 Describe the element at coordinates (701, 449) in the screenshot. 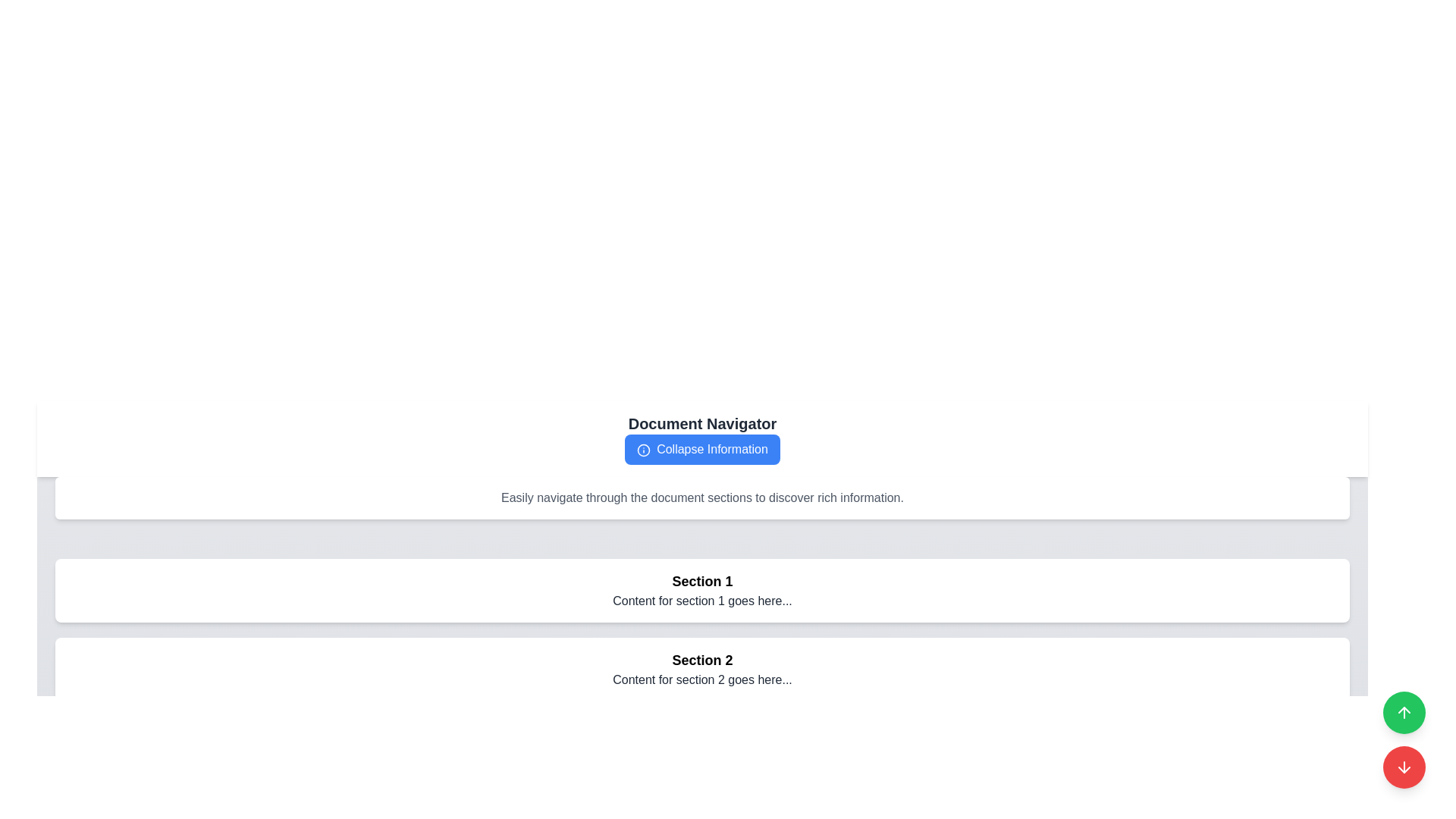

I see `the button with a blue background and white text reading 'Collapse Information'` at that location.